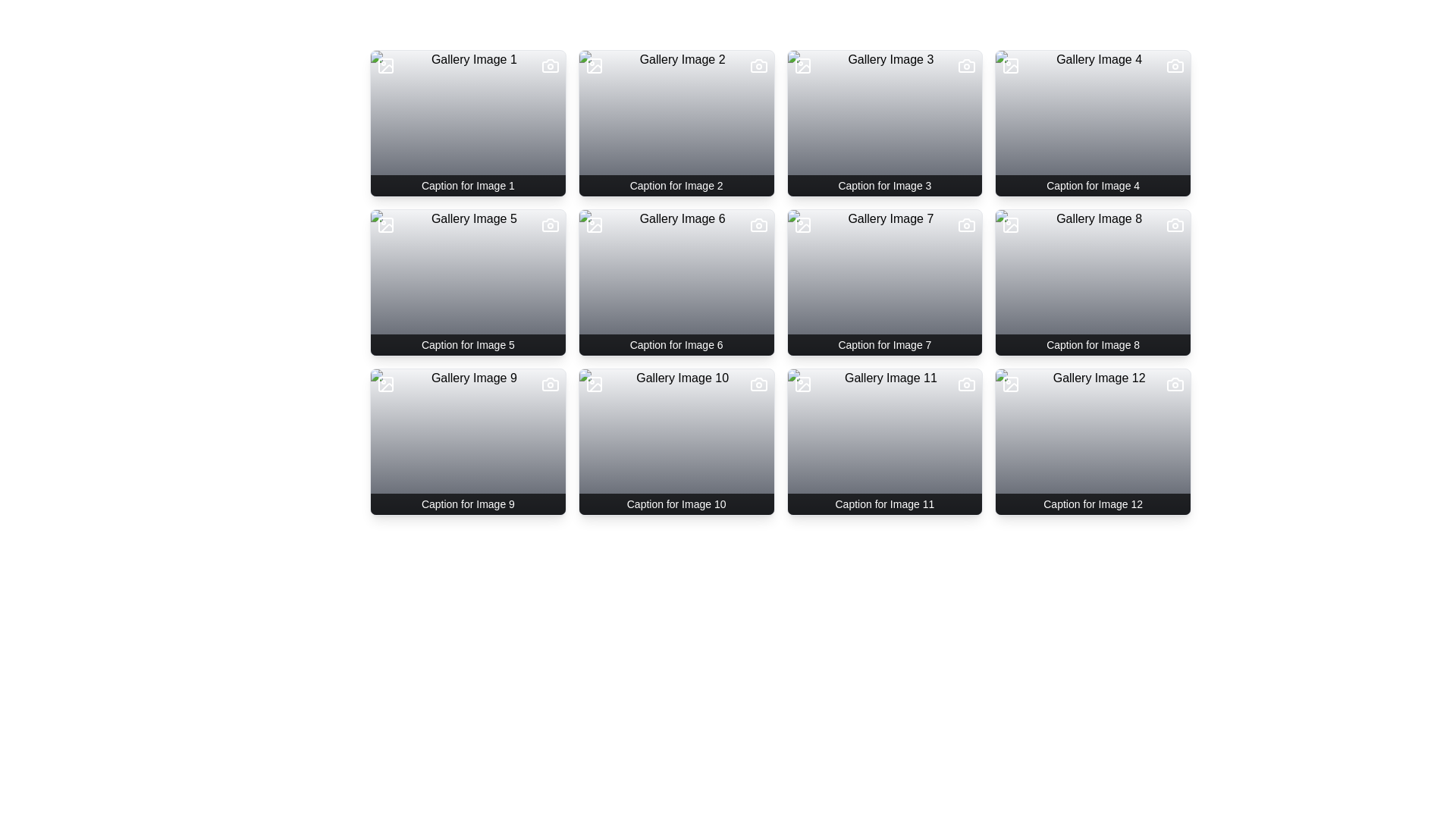 The image size is (1456, 819). Describe the element at coordinates (758, 225) in the screenshot. I see `the icon in the top-right corner of the tile labeled 'Gallery Image 6'` at that location.